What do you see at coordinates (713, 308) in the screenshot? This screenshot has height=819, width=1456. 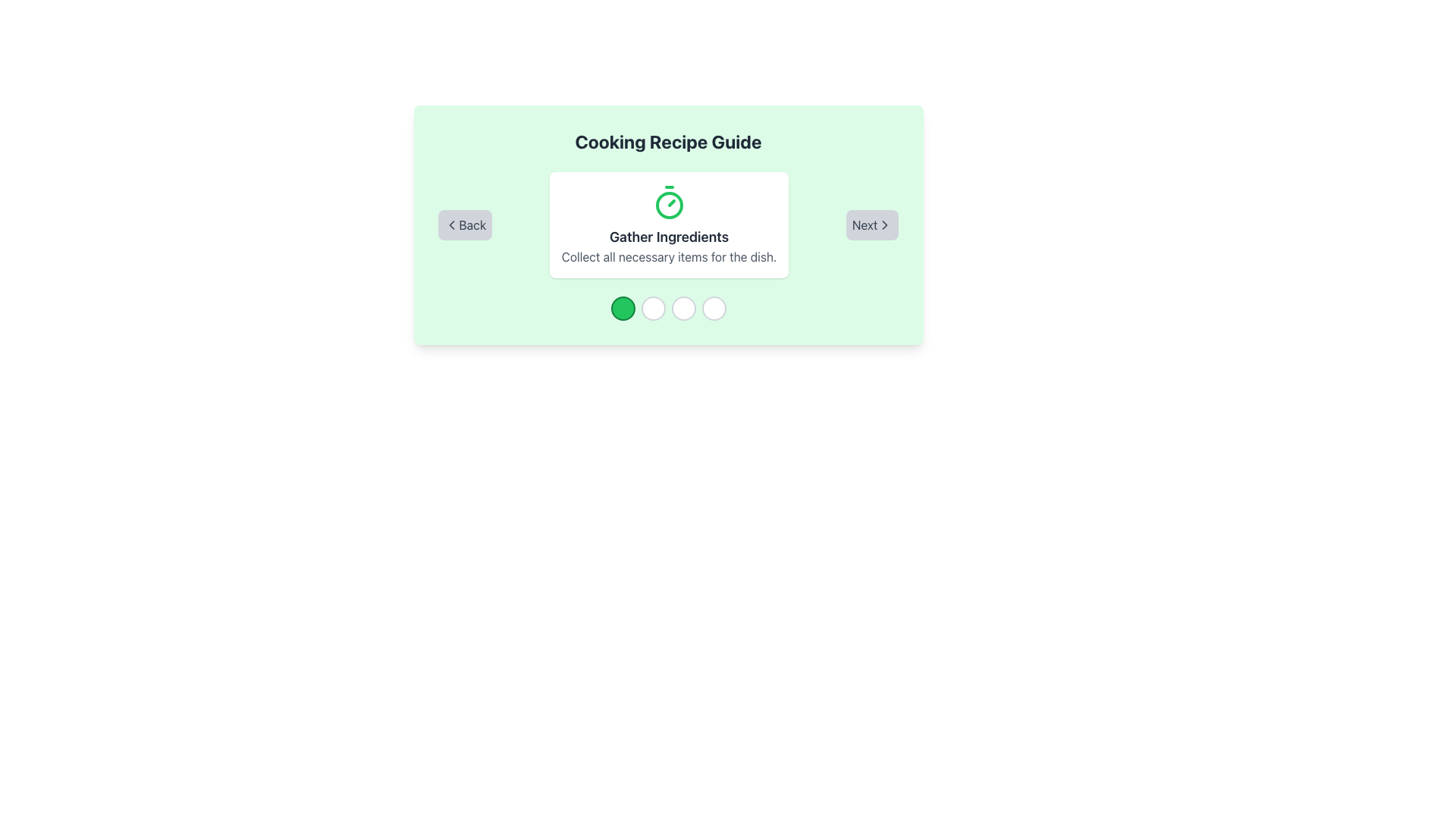 I see `the fourth circular progress indicator with a white background and gray border` at bounding box center [713, 308].